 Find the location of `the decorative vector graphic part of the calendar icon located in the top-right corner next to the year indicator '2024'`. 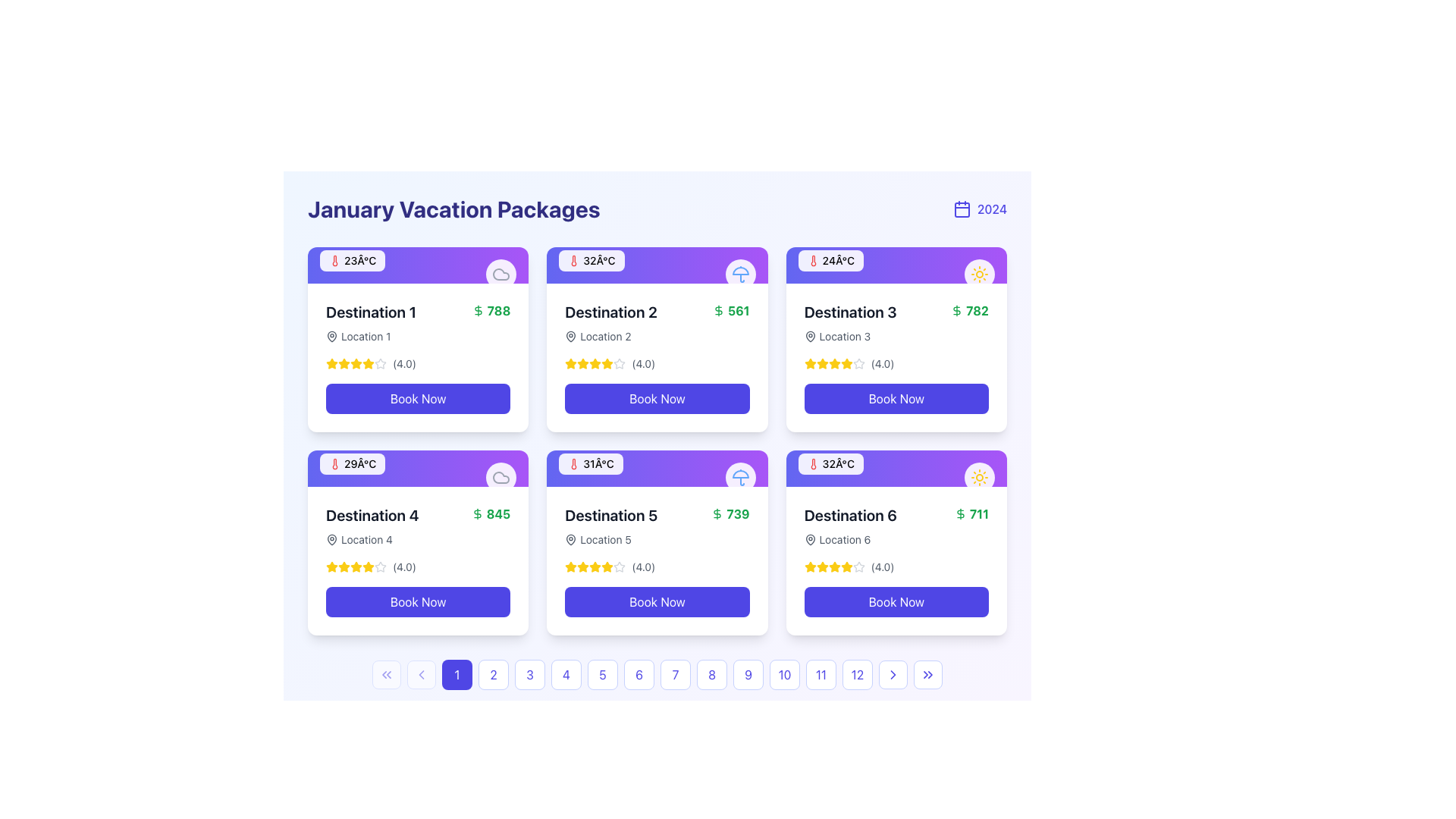

the decorative vector graphic part of the calendar icon located in the top-right corner next to the year indicator '2024' is located at coordinates (961, 210).